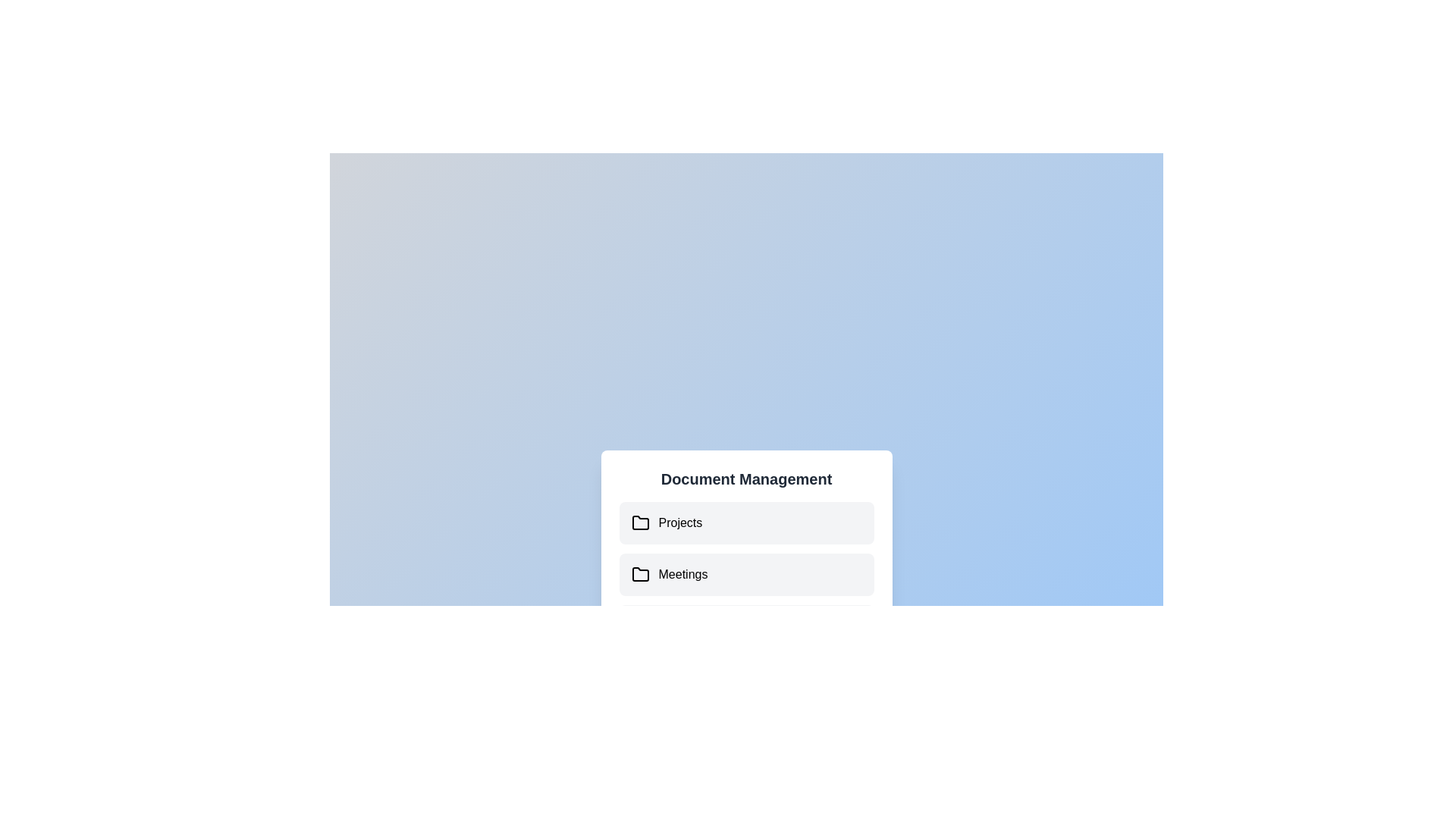  What do you see at coordinates (746, 522) in the screenshot?
I see `the document 'Meeting Notes.docx' under the folder 'Projects'` at bounding box center [746, 522].